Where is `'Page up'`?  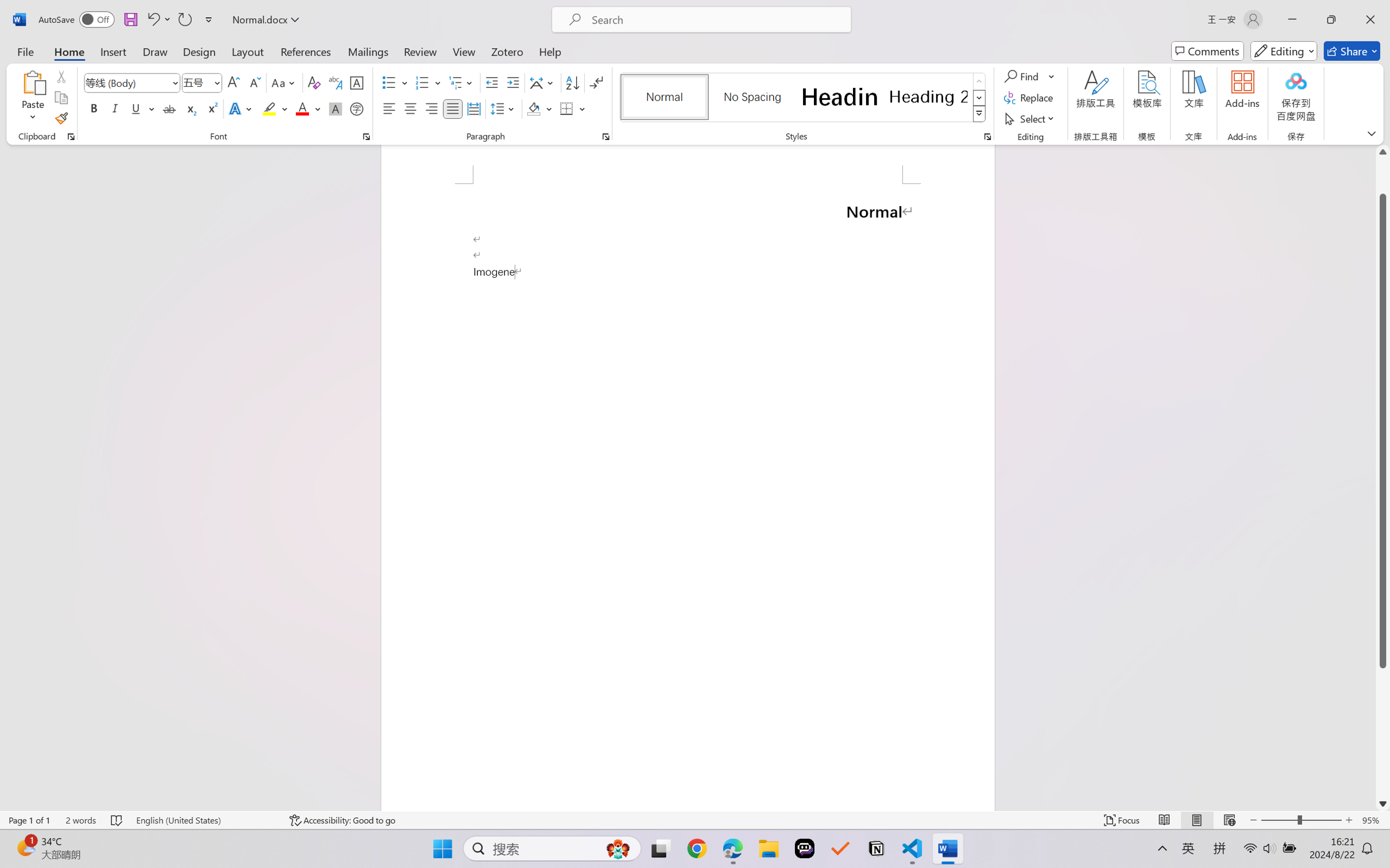 'Page up' is located at coordinates (1383, 175).